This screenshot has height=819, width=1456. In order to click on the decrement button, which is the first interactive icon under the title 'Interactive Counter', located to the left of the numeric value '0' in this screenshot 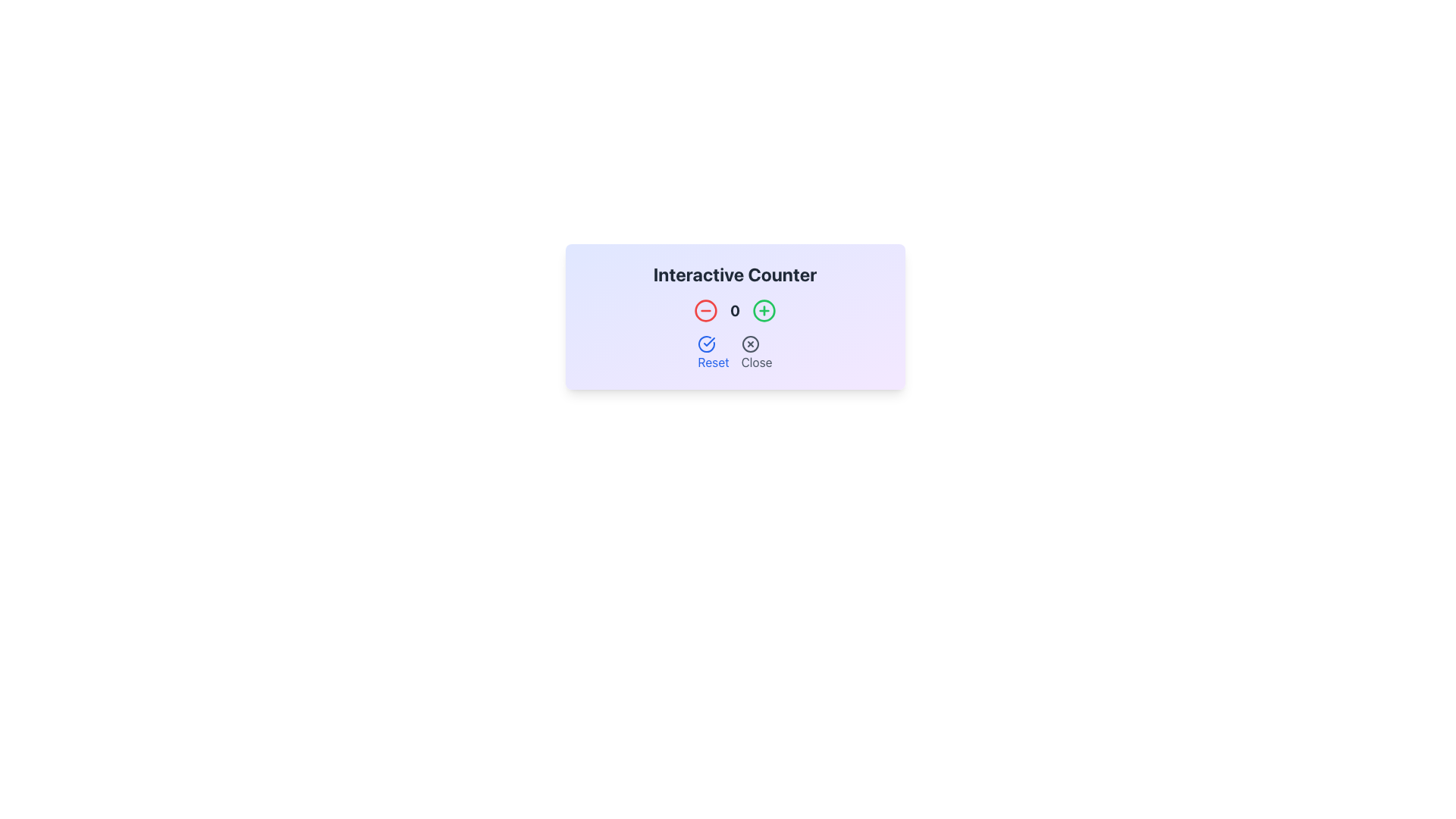, I will do `click(705, 309)`.